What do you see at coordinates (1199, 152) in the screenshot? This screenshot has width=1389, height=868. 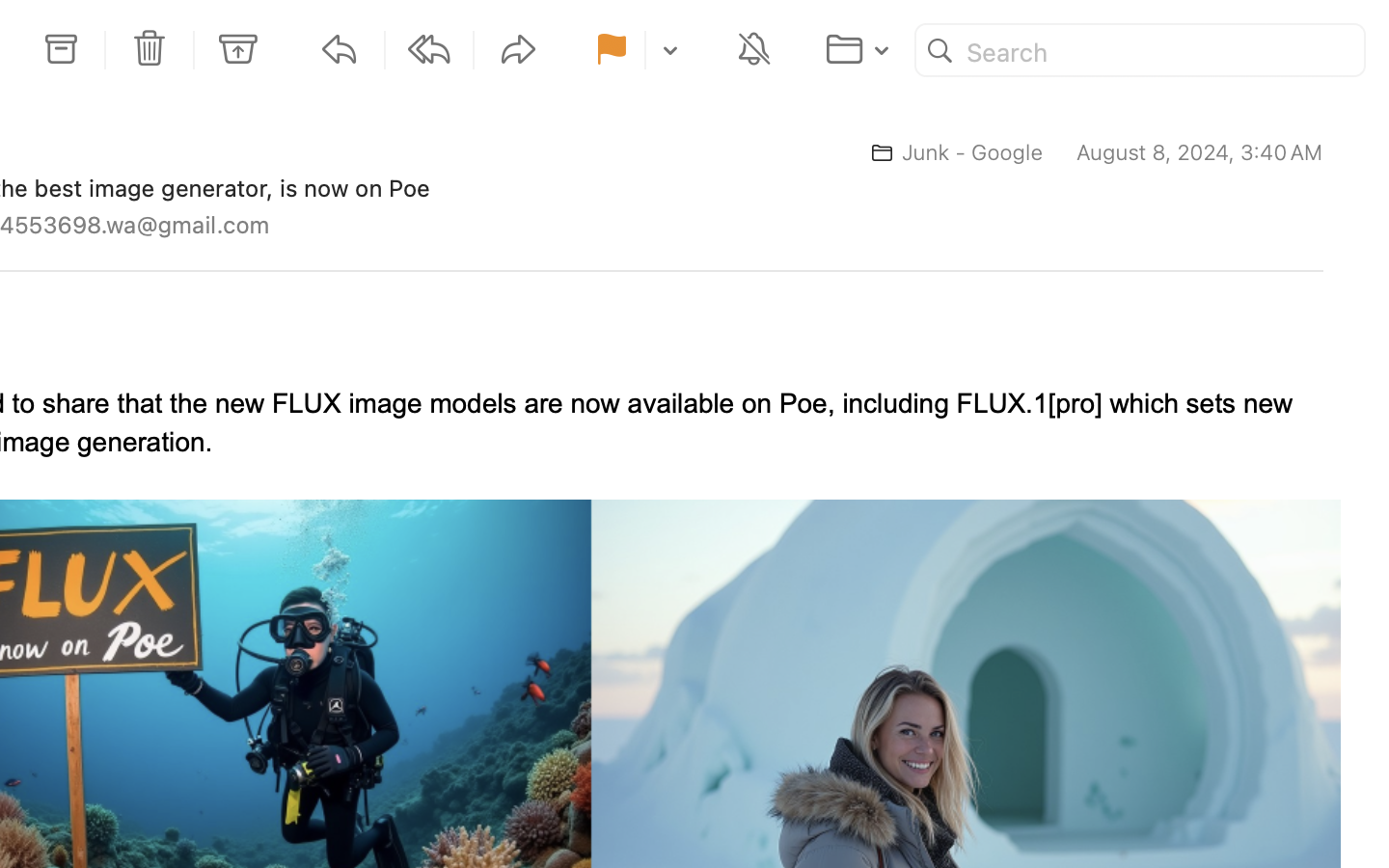 I see `'August 8, 2024, 3:40 AM'` at bounding box center [1199, 152].